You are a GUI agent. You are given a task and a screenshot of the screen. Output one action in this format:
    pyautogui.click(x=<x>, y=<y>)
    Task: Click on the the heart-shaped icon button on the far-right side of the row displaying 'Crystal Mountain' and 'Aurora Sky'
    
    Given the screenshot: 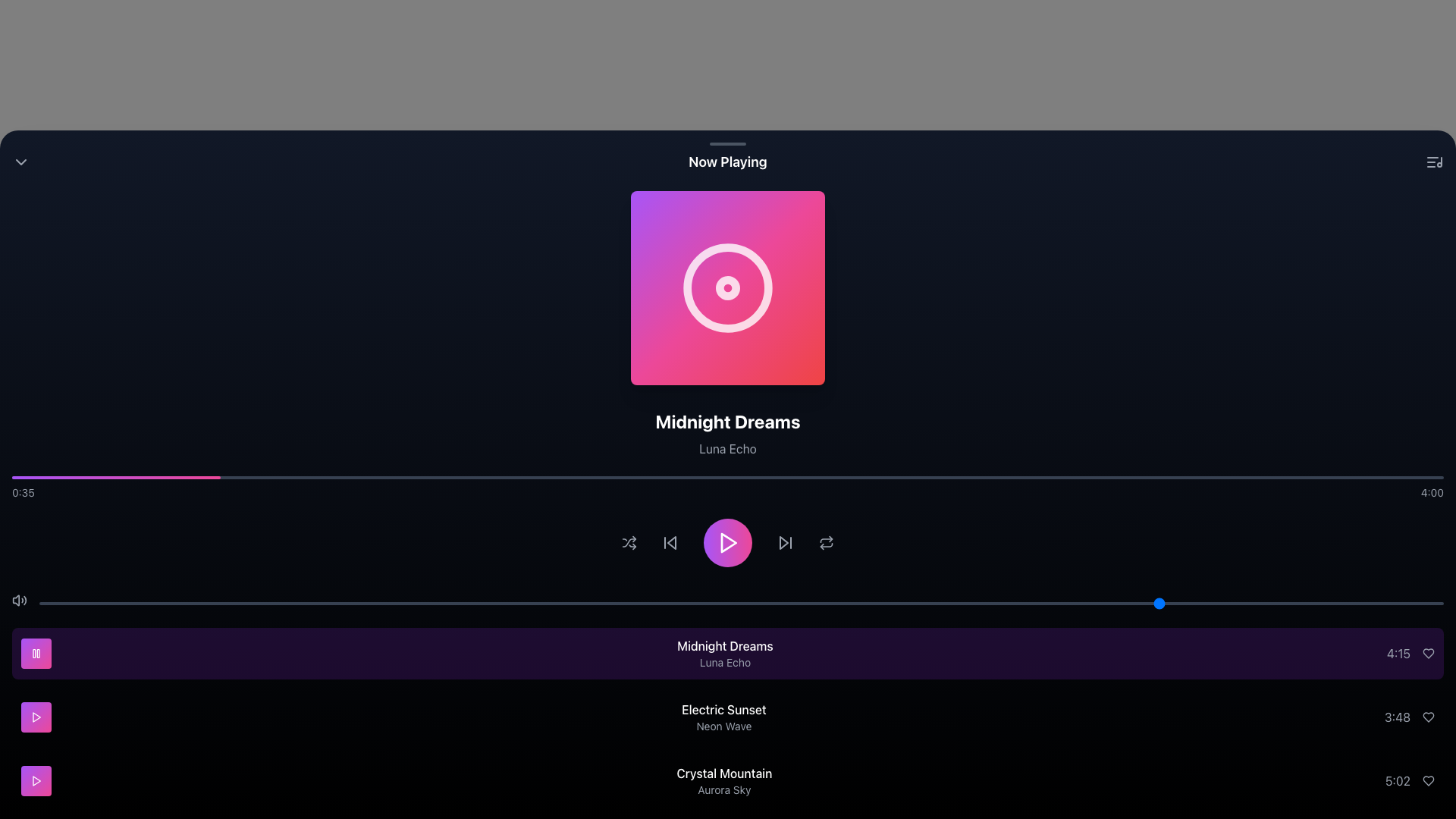 What is the action you would take?
    pyautogui.click(x=1427, y=780)
    